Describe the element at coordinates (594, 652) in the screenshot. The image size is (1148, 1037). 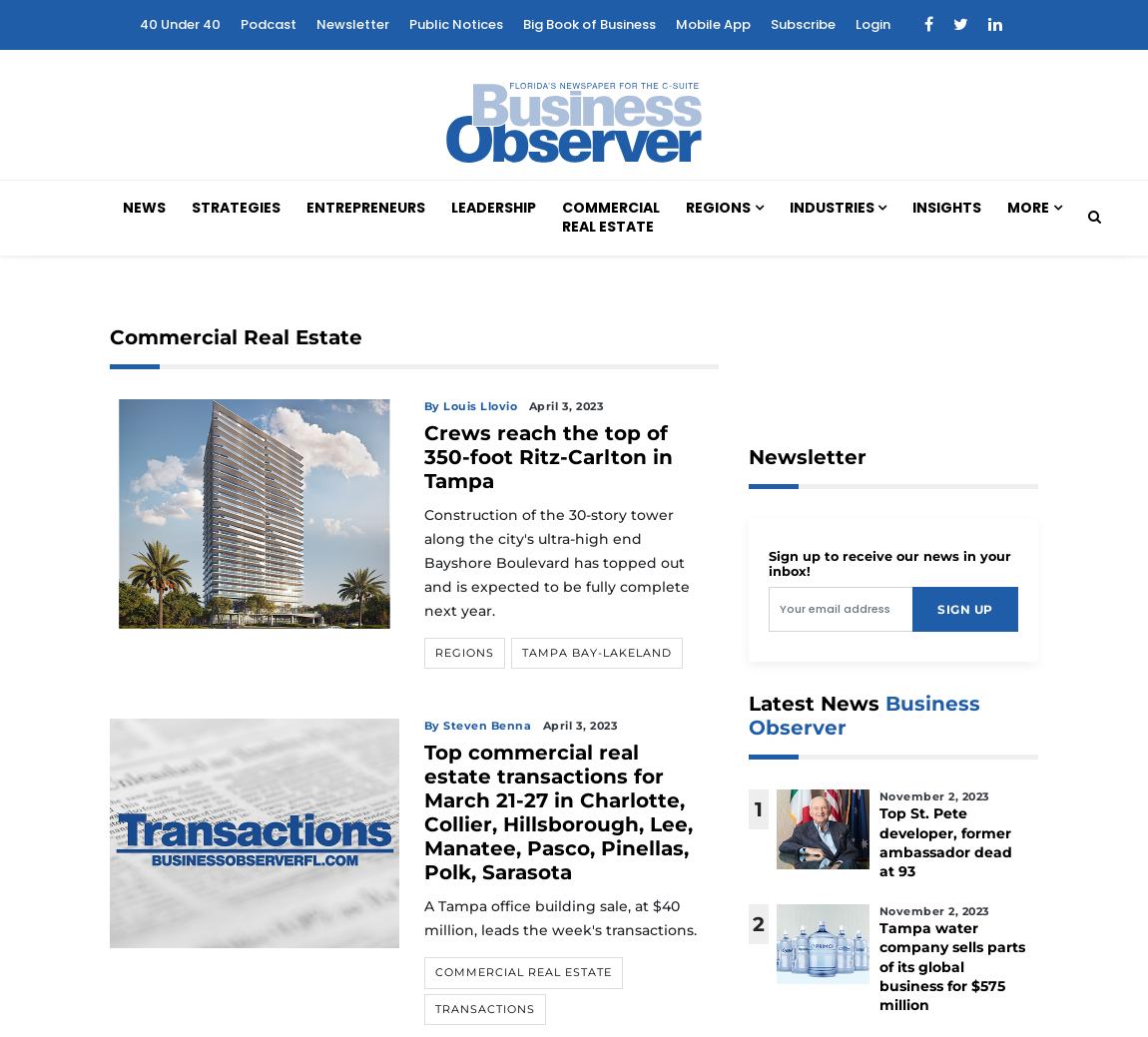
I see `'Tampa Bay-Lakeland'` at that location.